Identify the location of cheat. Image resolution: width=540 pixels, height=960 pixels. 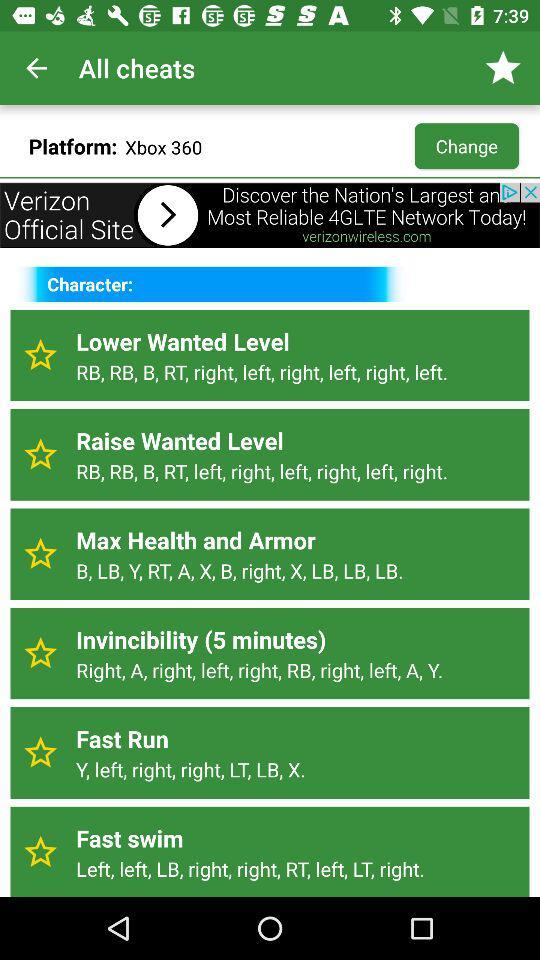
(40, 454).